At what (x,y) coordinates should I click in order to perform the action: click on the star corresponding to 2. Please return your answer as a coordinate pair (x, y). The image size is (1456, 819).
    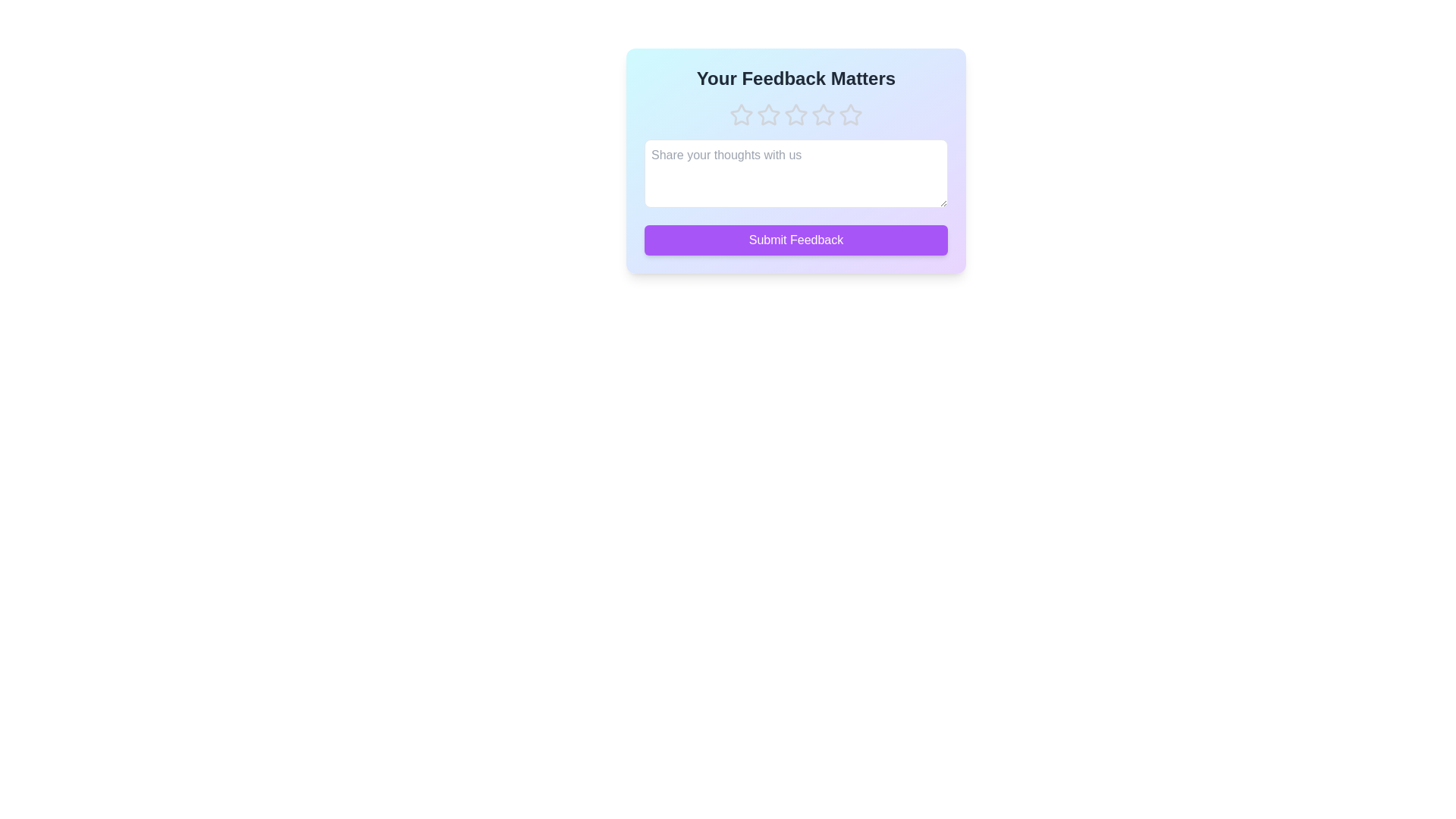
    Looking at the image, I should click on (768, 114).